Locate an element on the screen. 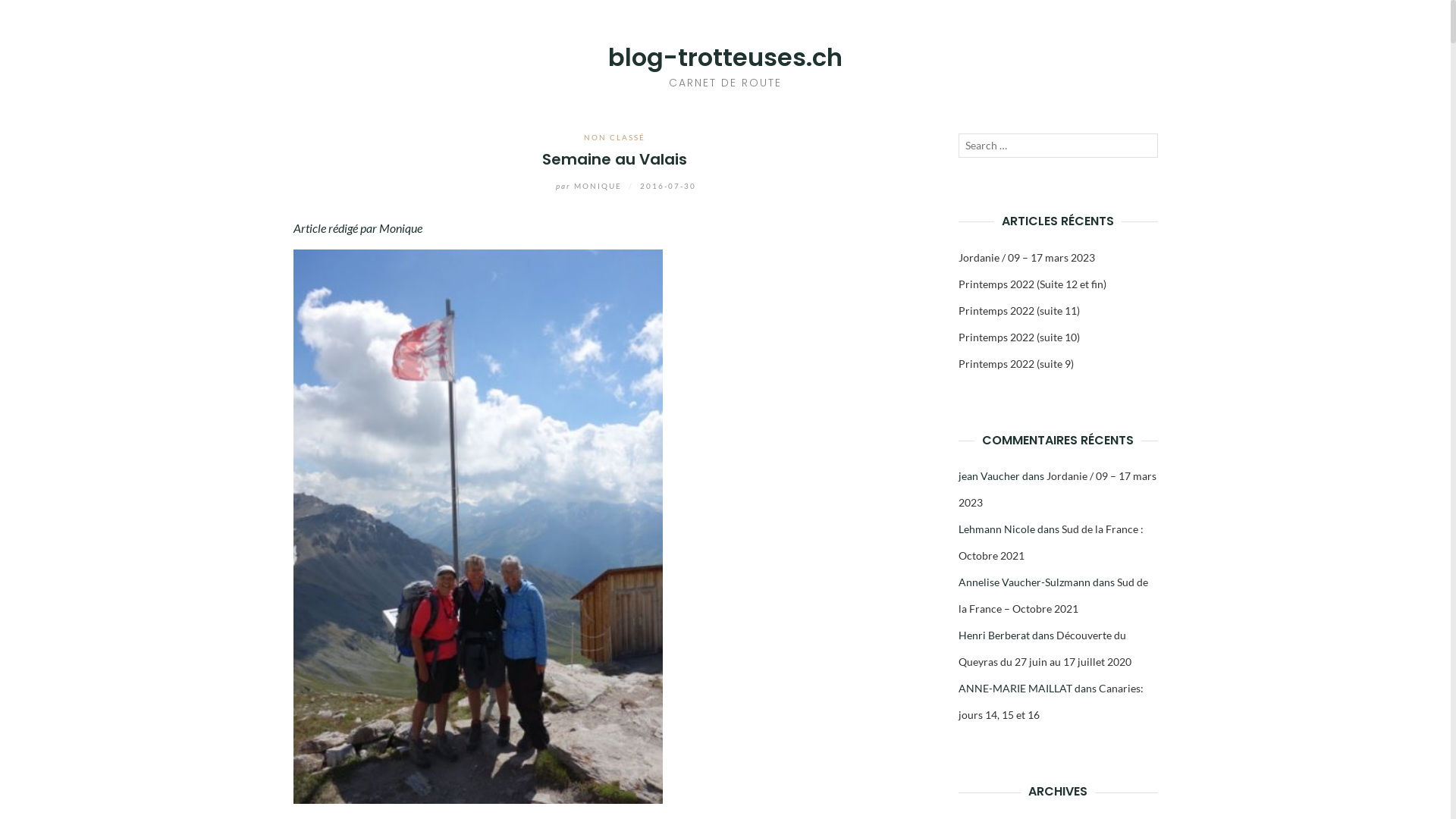 Image resolution: width=1456 pixels, height=819 pixels. 'Printemps 2022 (suite 11)' is located at coordinates (1019, 309).